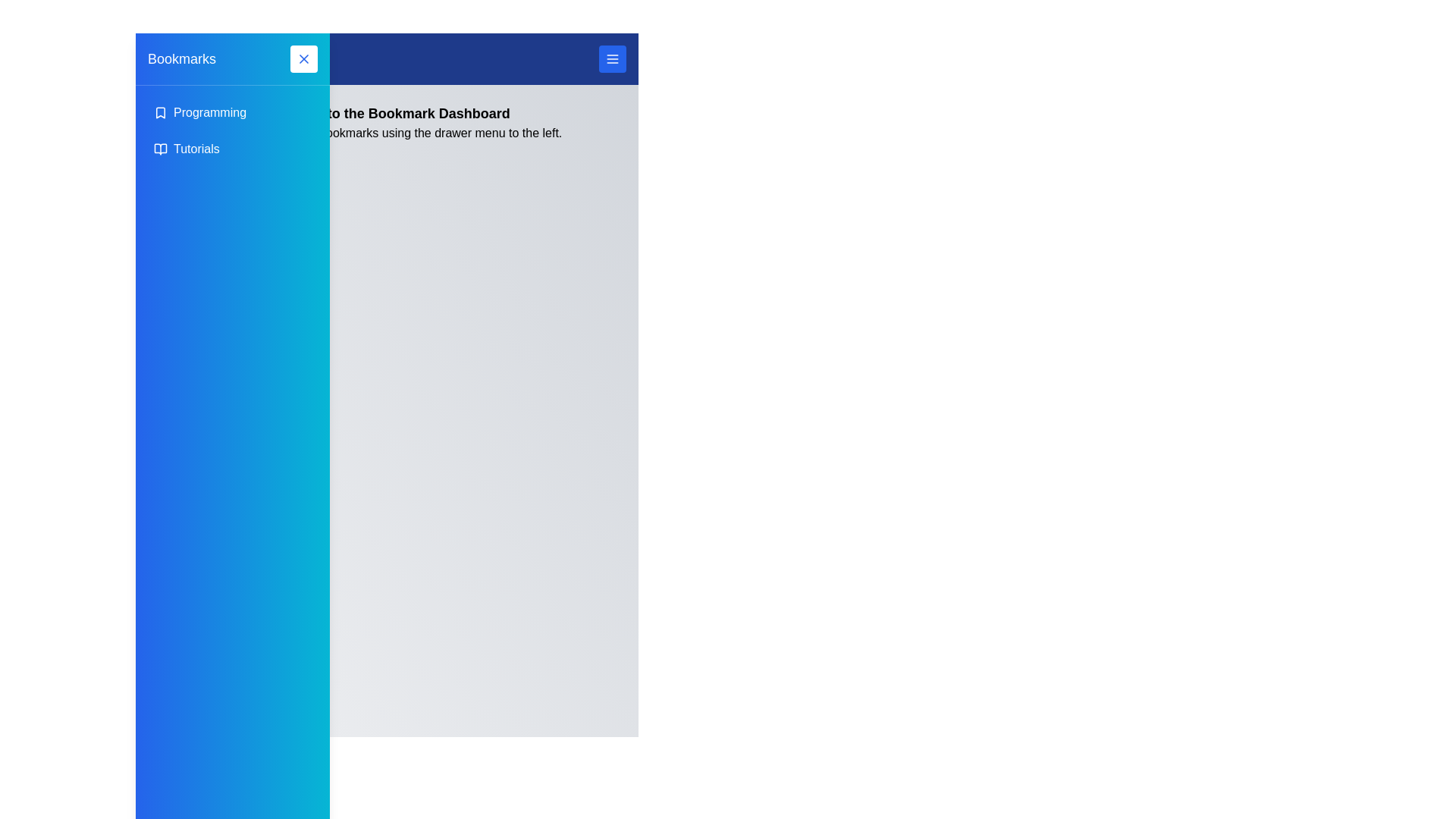 The image size is (1456, 819). I want to click on the 'Tutorials' interactive menu button, which is the second item in the vertical sidebar menu, located below the 'Programming' button, so click(232, 149).